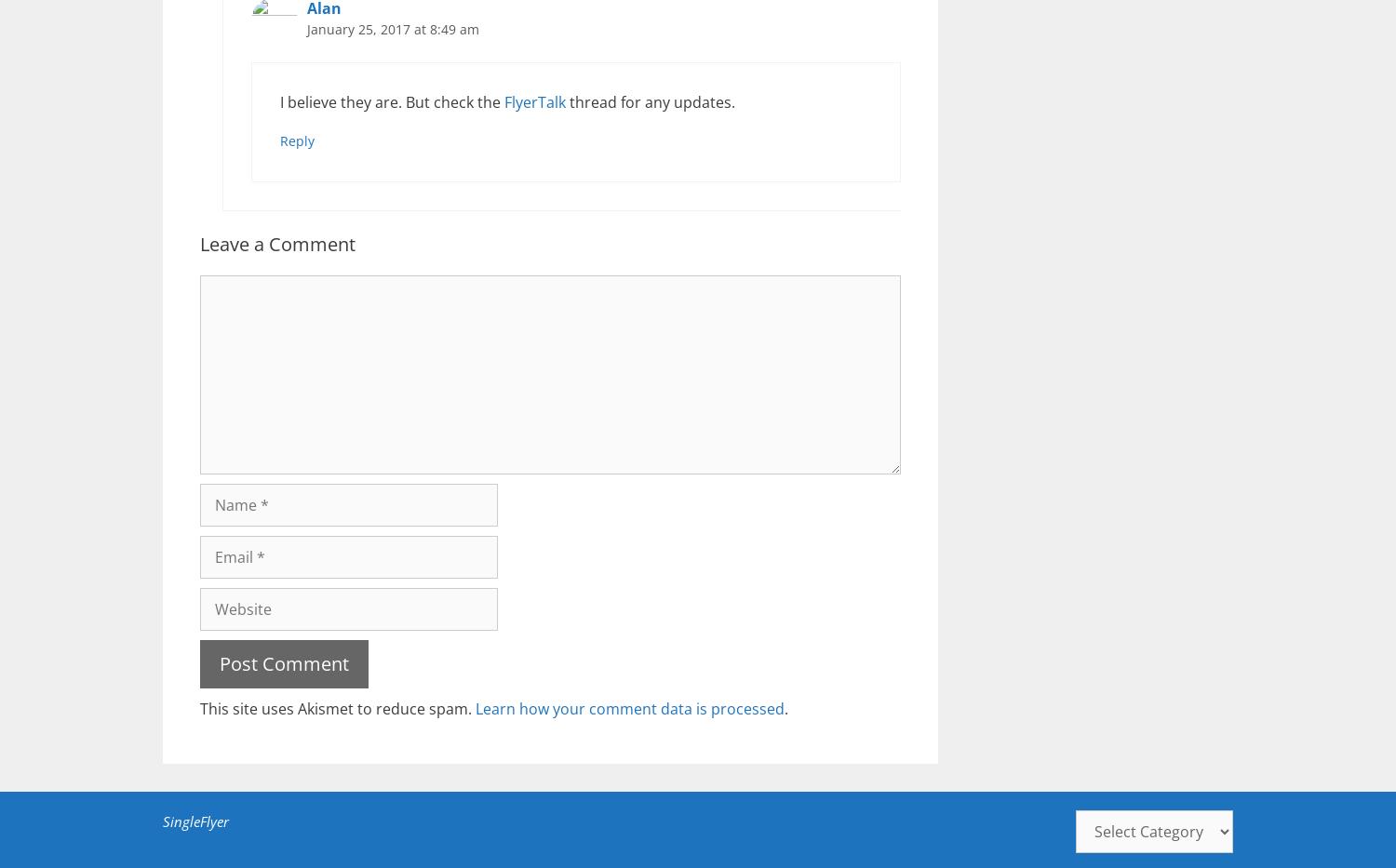  Describe the element at coordinates (650, 100) in the screenshot. I see `'thread for any updates.'` at that location.